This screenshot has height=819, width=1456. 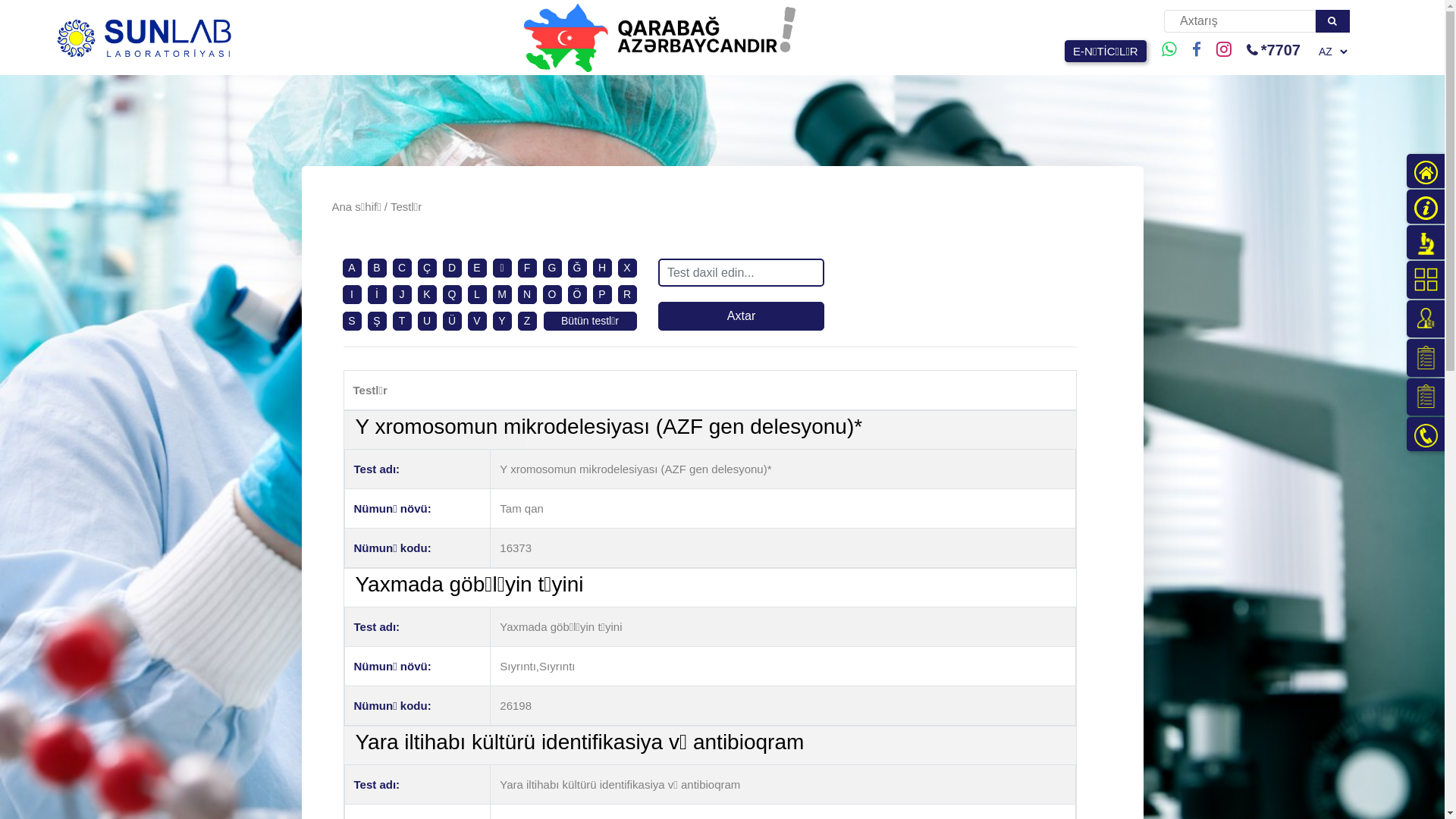 What do you see at coordinates (626, 294) in the screenshot?
I see `'R'` at bounding box center [626, 294].